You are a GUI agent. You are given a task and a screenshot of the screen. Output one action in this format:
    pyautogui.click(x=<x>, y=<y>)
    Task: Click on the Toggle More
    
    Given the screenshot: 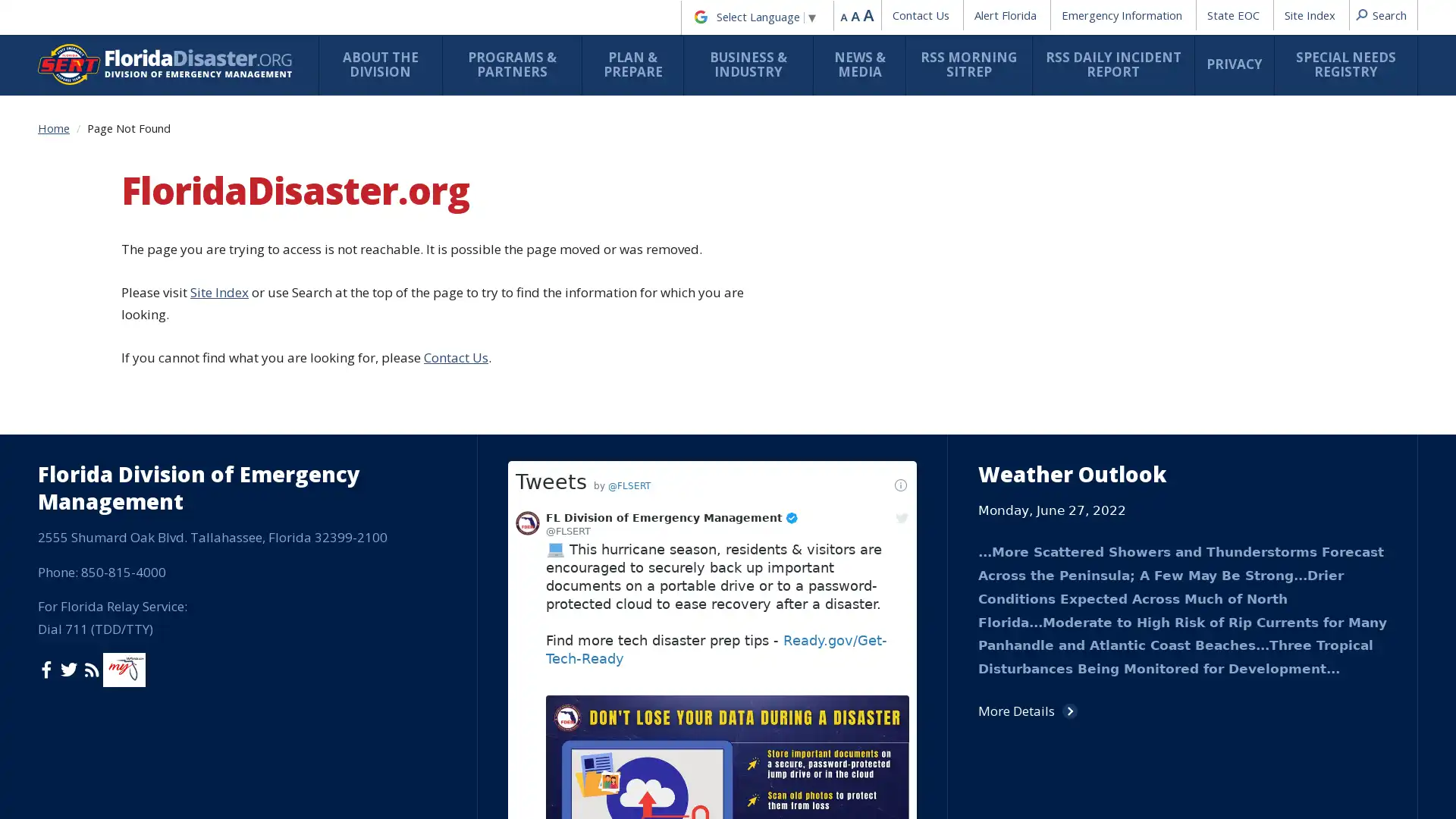 What is the action you would take?
    pyautogui.click(x=607, y=252)
    